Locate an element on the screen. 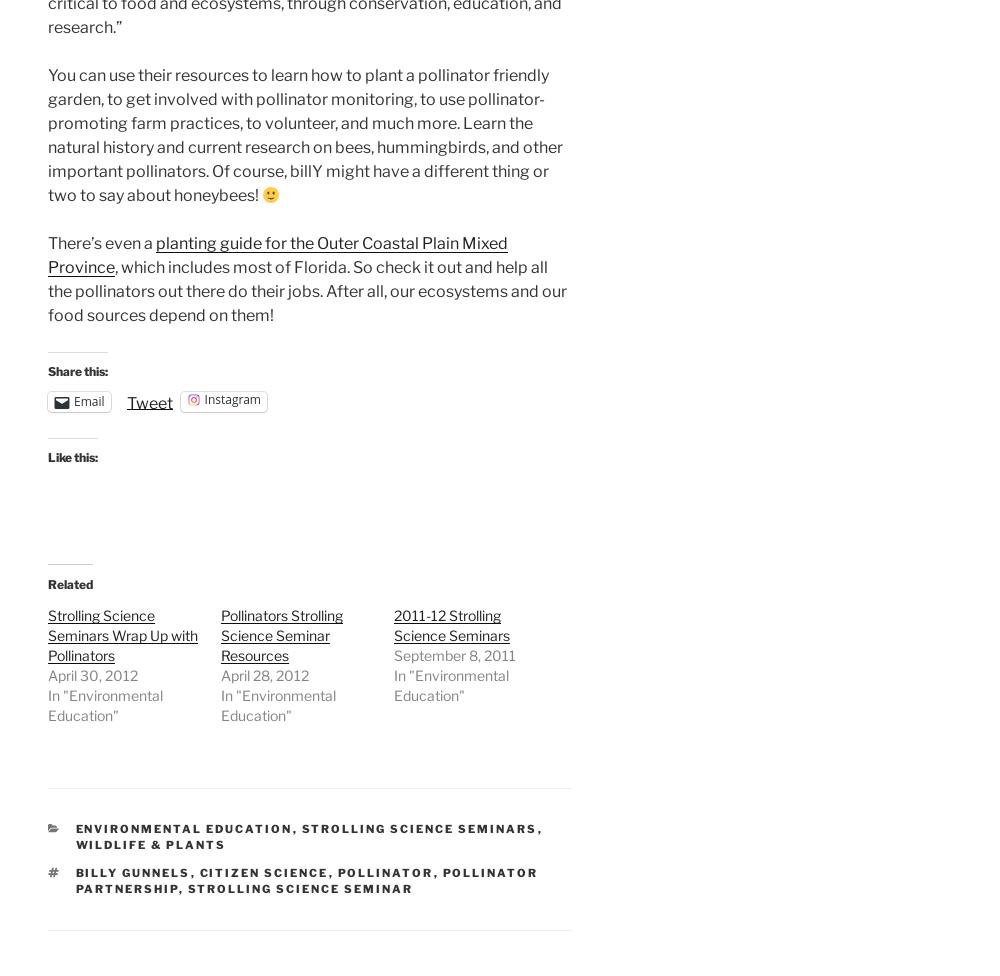 The width and height of the screenshot is (1000, 976). 'Wildlife & Plants' is located at coordinates (150, 845).